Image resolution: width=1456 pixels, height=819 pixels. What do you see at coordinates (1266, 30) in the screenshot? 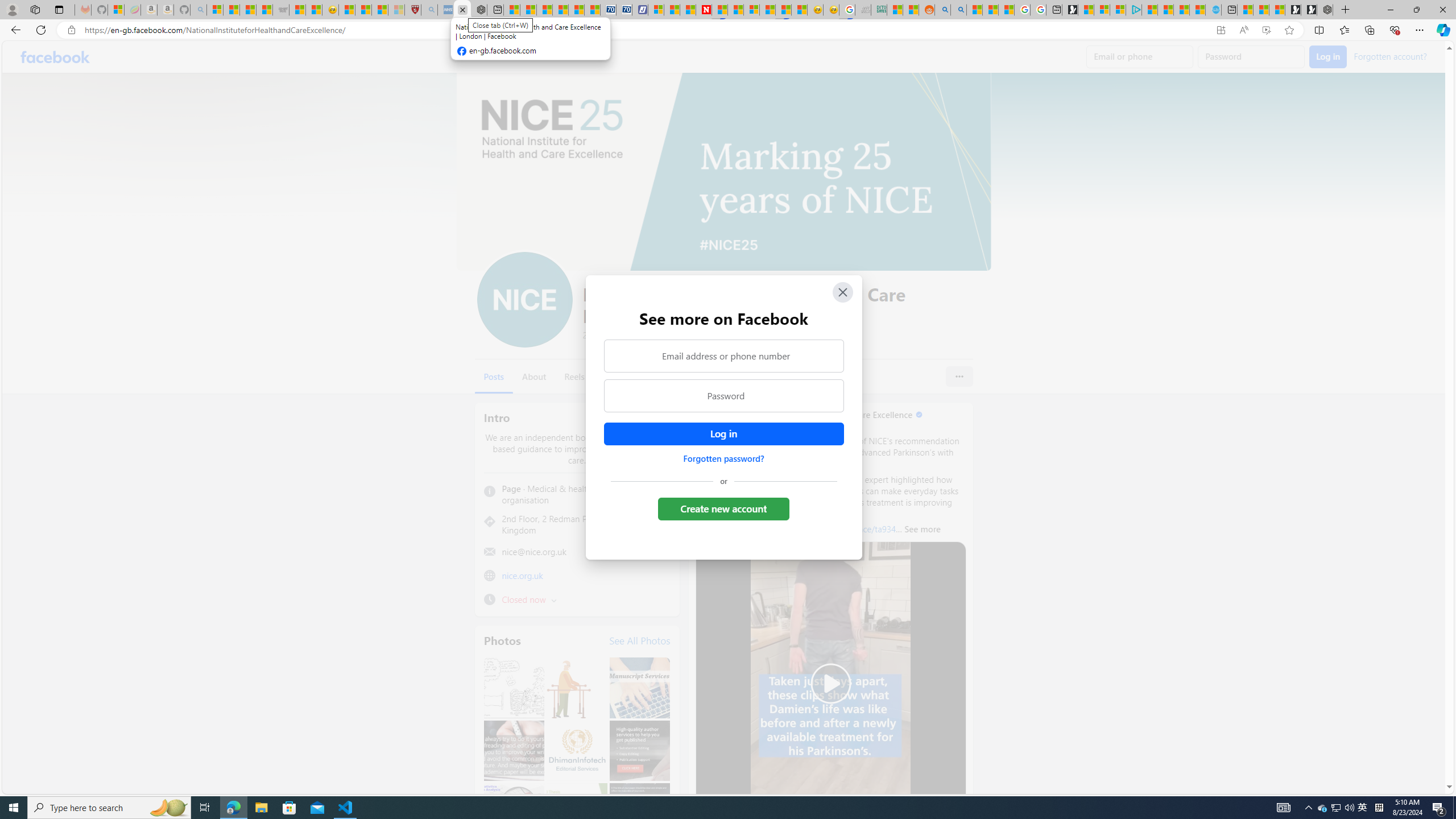
I see `'Enhance video'` at bounding box center [1266, 30].